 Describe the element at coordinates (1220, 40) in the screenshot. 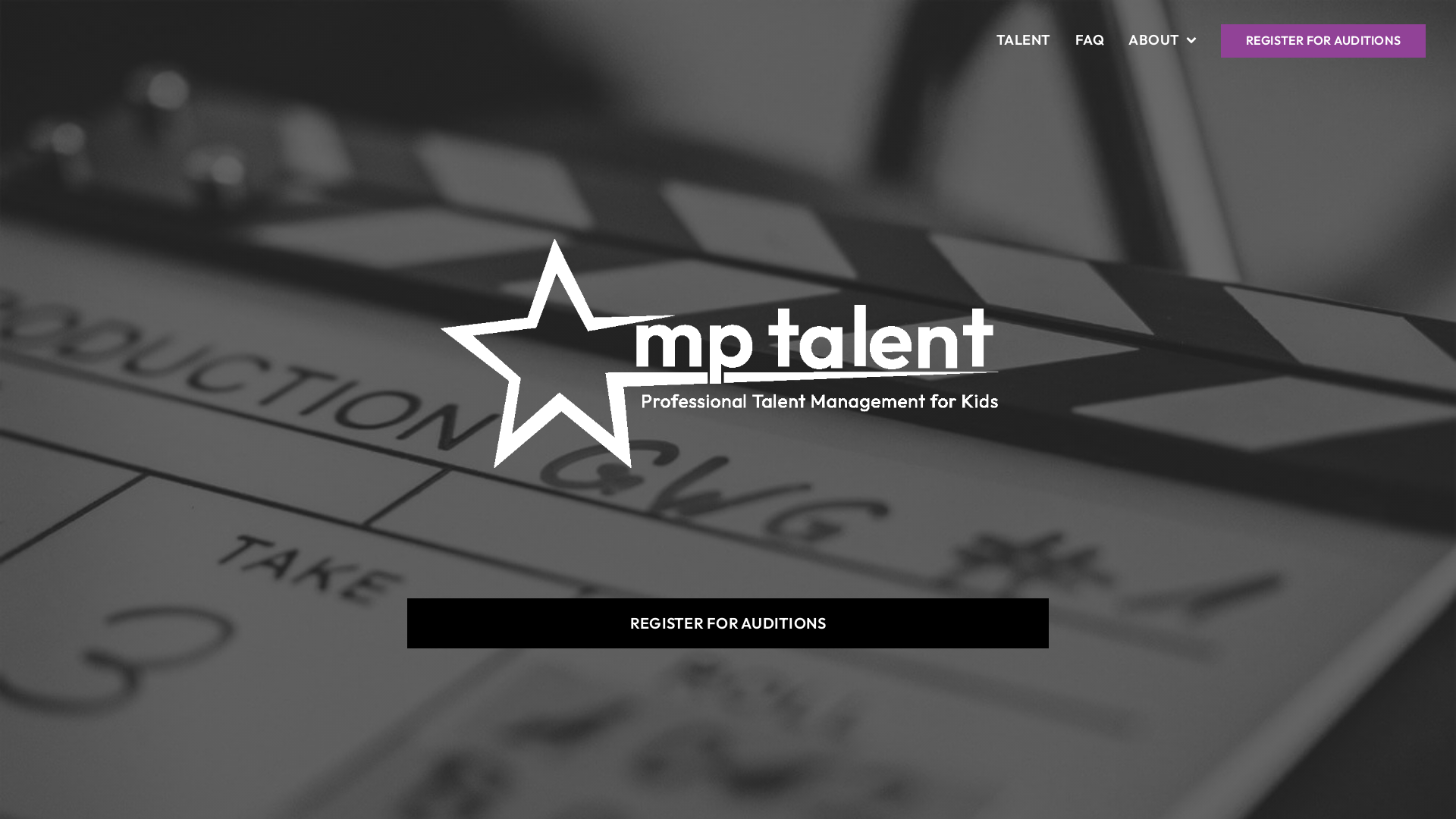

I see `'REGISTER FOR AUDITIONS'` at that location.